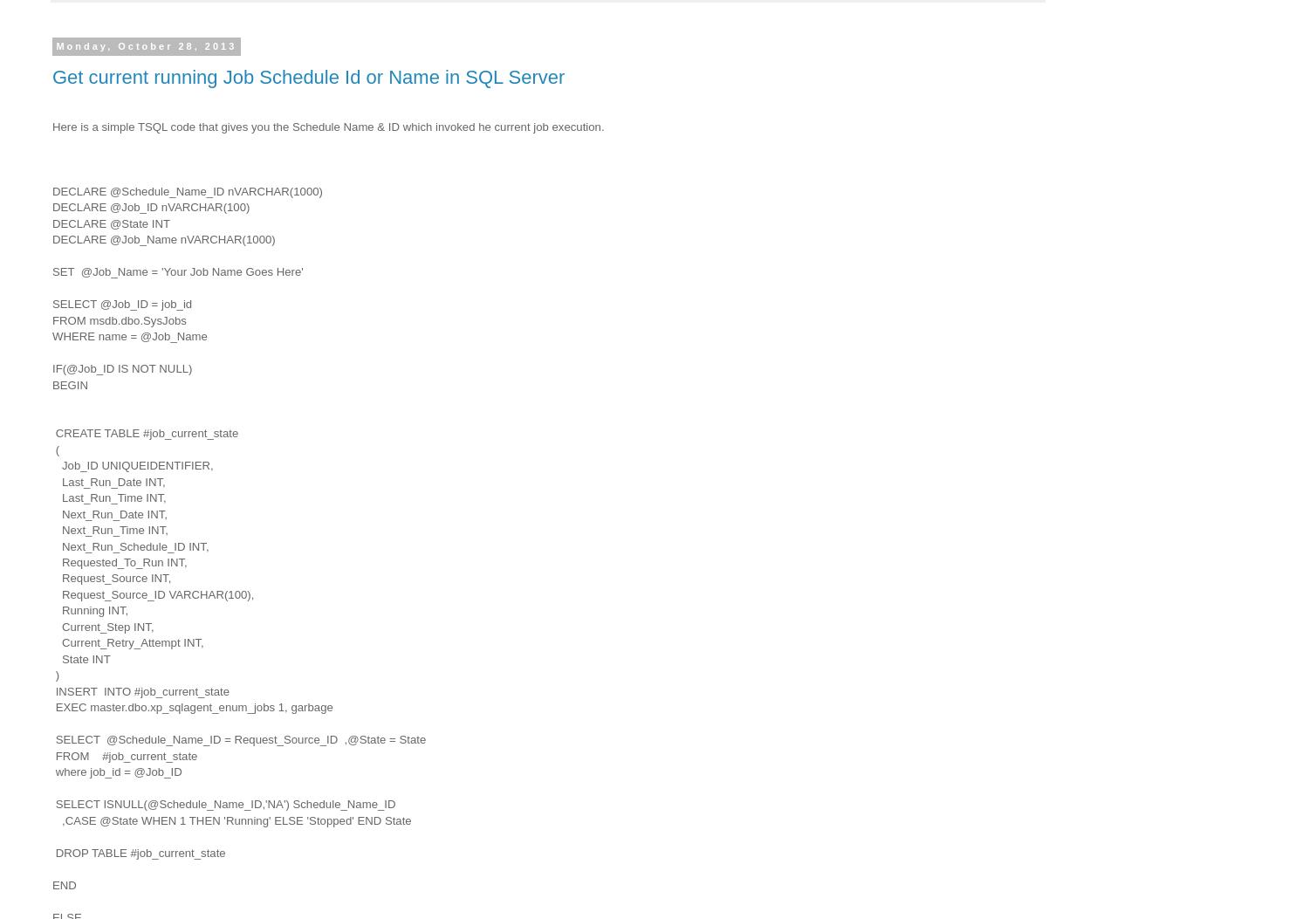 Image resolution: width=1316 pixels, height=919 pixels. What do you see at coordinates (99, 303) in the screenshot?
I see `'@Job_ID = job_id'` at bounding box center [99, 303].